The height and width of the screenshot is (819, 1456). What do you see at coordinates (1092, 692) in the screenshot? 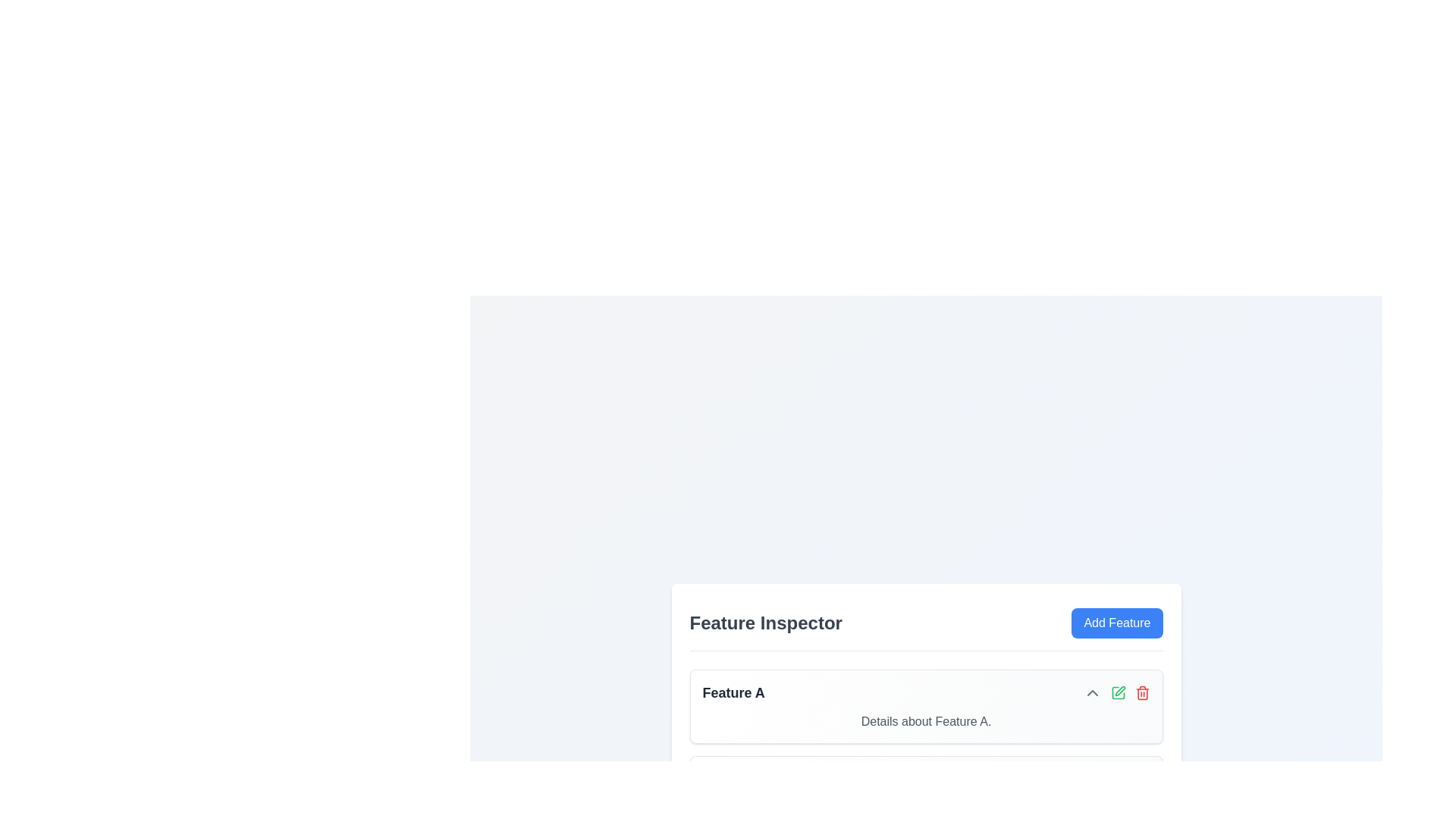
I see `the small gray up arrow icon button located to the left of the green edit icon in the horizontal group associated with 'Feature A'` at bounding box center [1092, 692].